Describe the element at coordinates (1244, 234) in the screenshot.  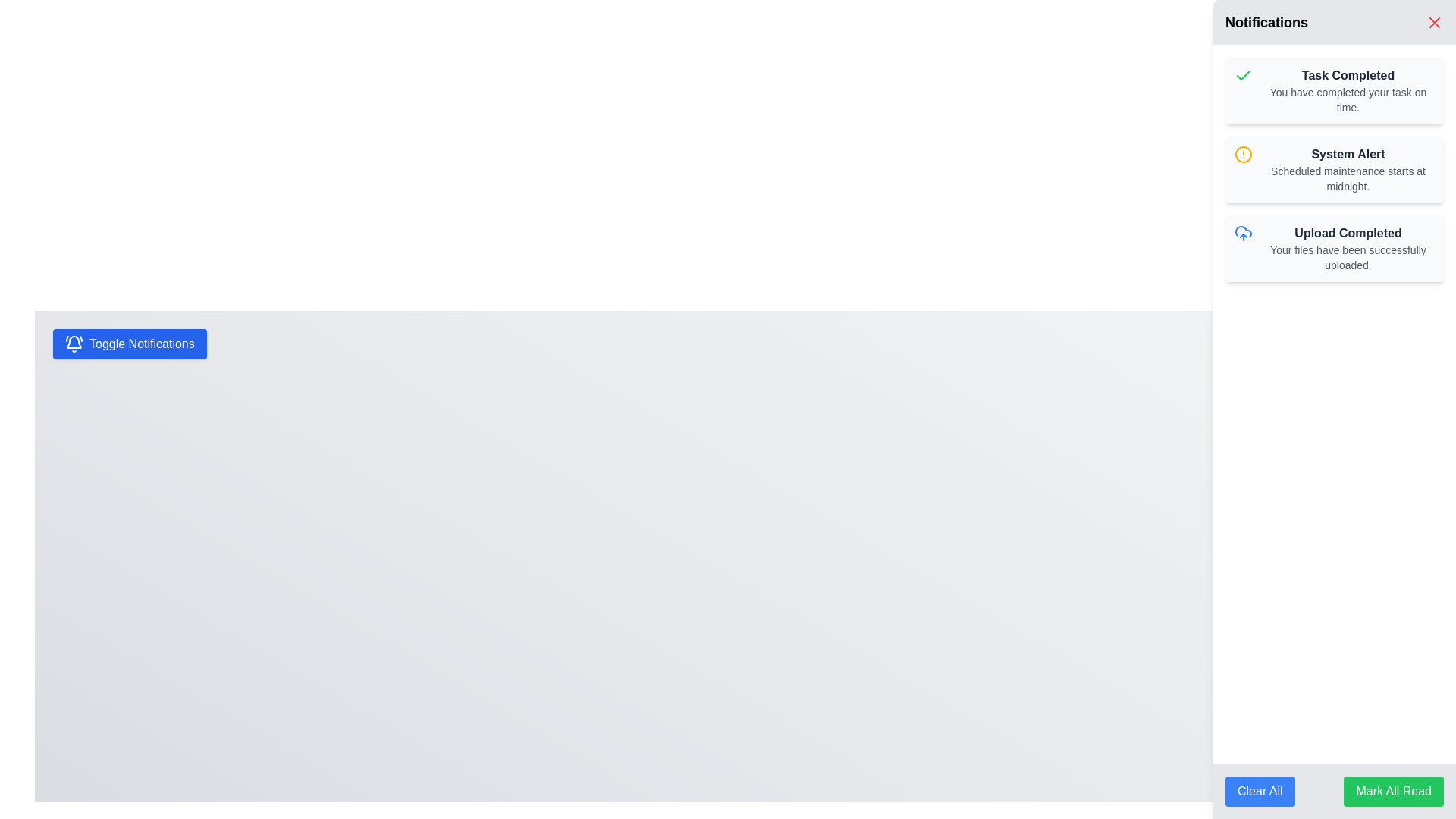
I see `the small cloud-shaped blue upload icon located to the left of the 'Upload Completed' notification text` at that location.